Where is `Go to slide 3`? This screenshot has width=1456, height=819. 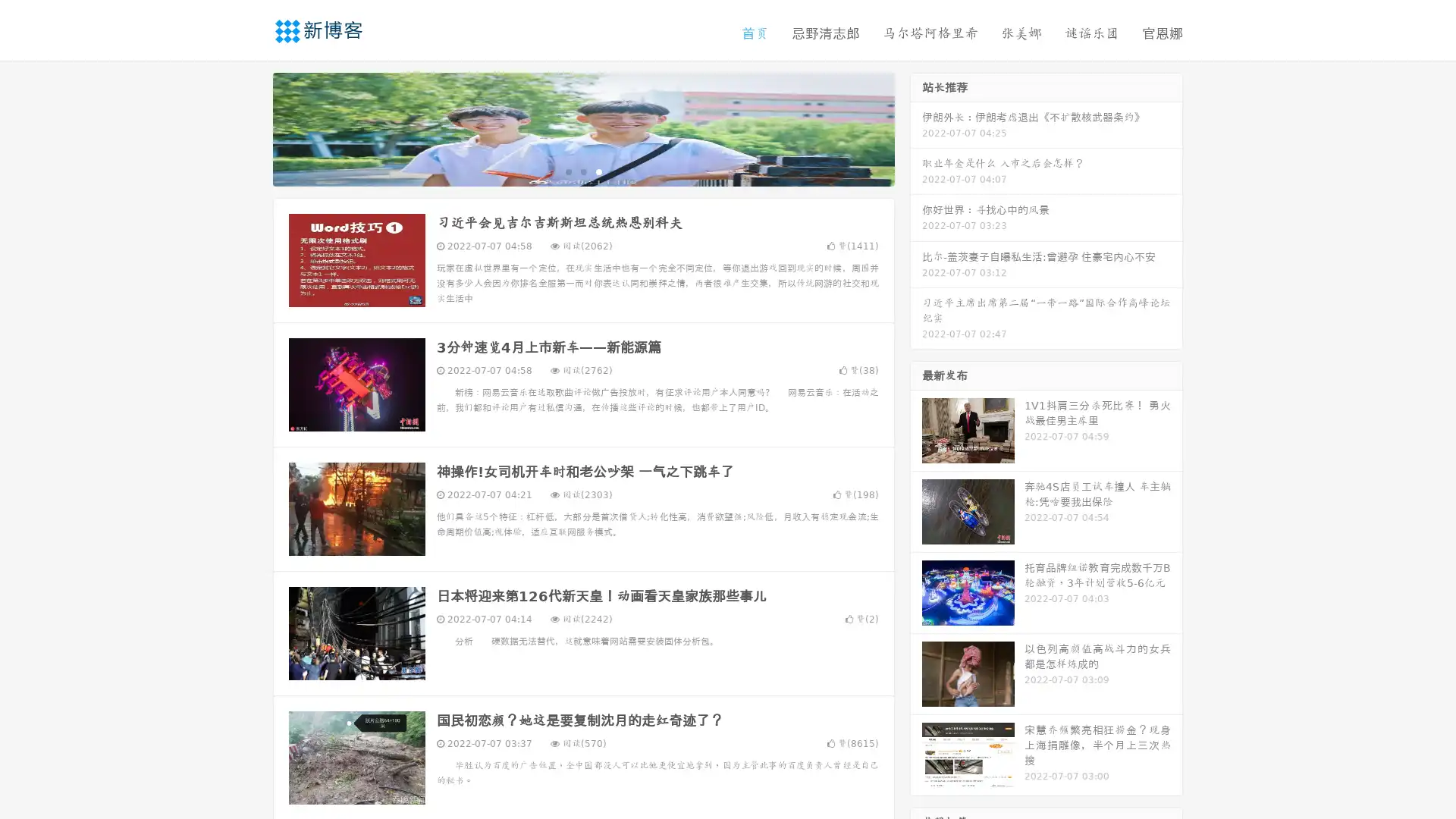 Go to slide 3 is located at coordinates (598, 171).